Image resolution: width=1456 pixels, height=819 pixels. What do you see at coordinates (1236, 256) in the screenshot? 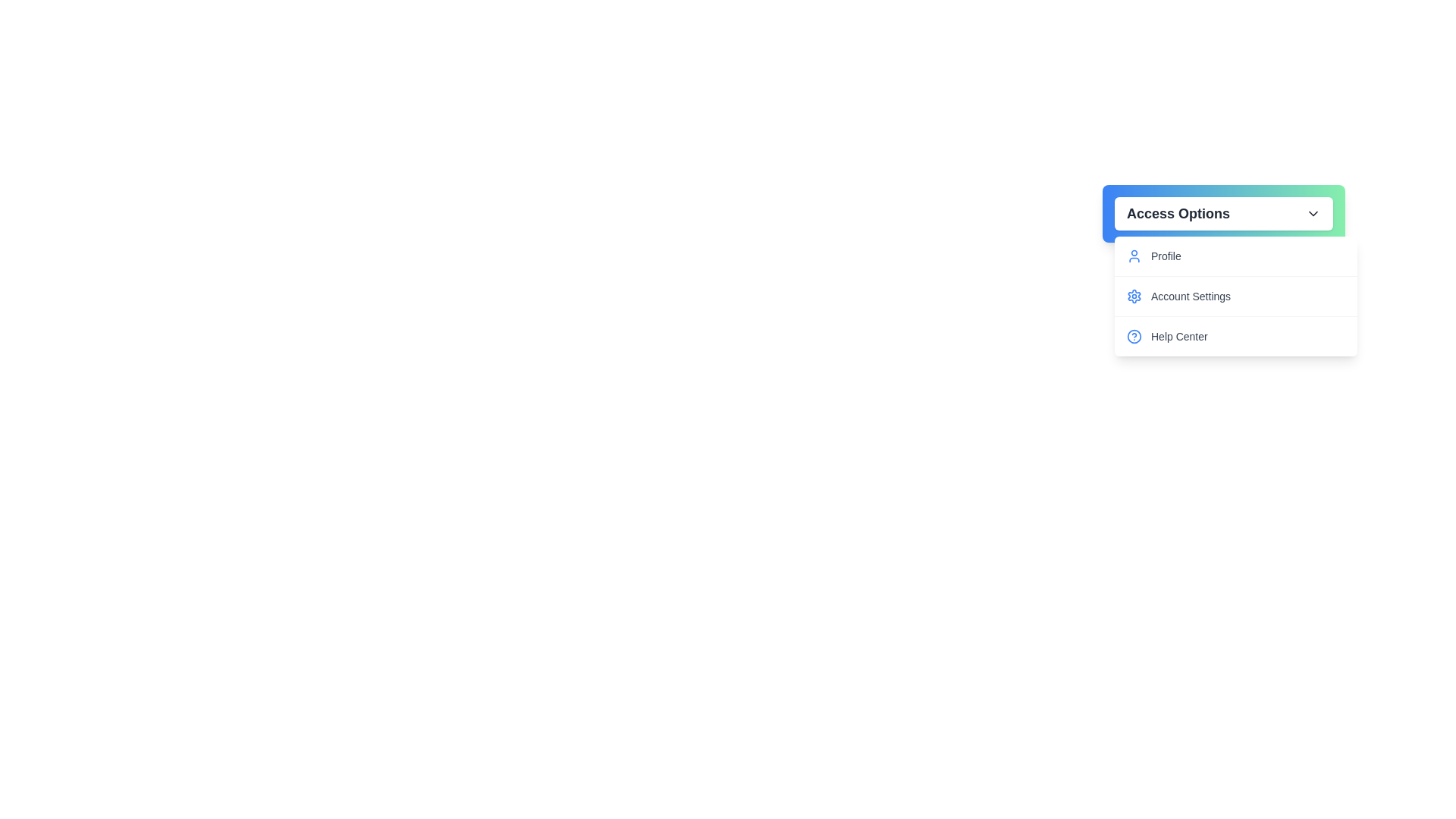
I see `the first menu item labeled 'Profile' in the dropdown menu` at bounding box center [1236, 256].